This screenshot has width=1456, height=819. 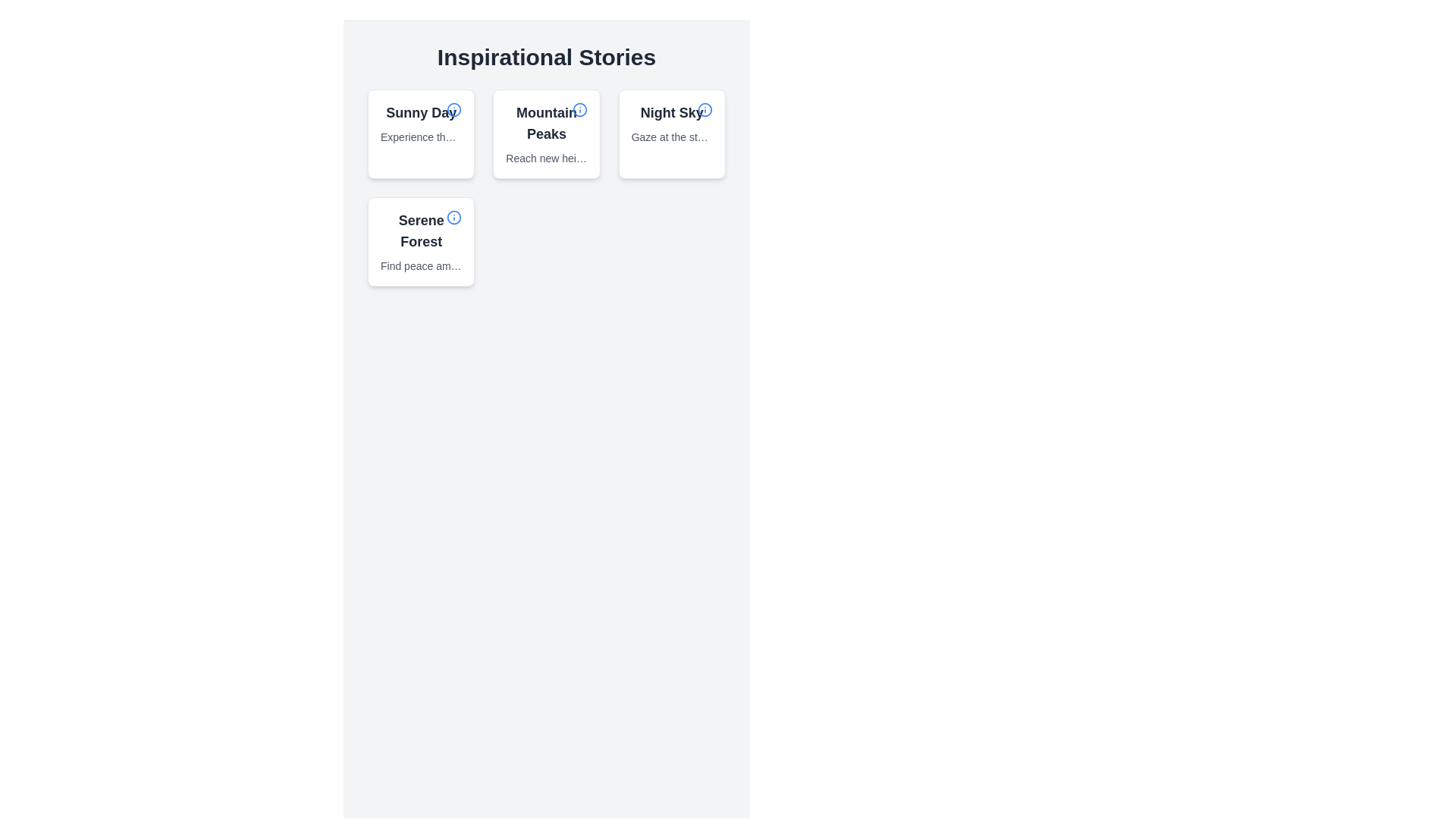 I want to click on the static informational card presenting information about 'Night Sky', located in the upper-right corner of the grid layout of cards, specifically the third card in the row of the 'Inspirational Stories' section, so click(x=671, y=122).